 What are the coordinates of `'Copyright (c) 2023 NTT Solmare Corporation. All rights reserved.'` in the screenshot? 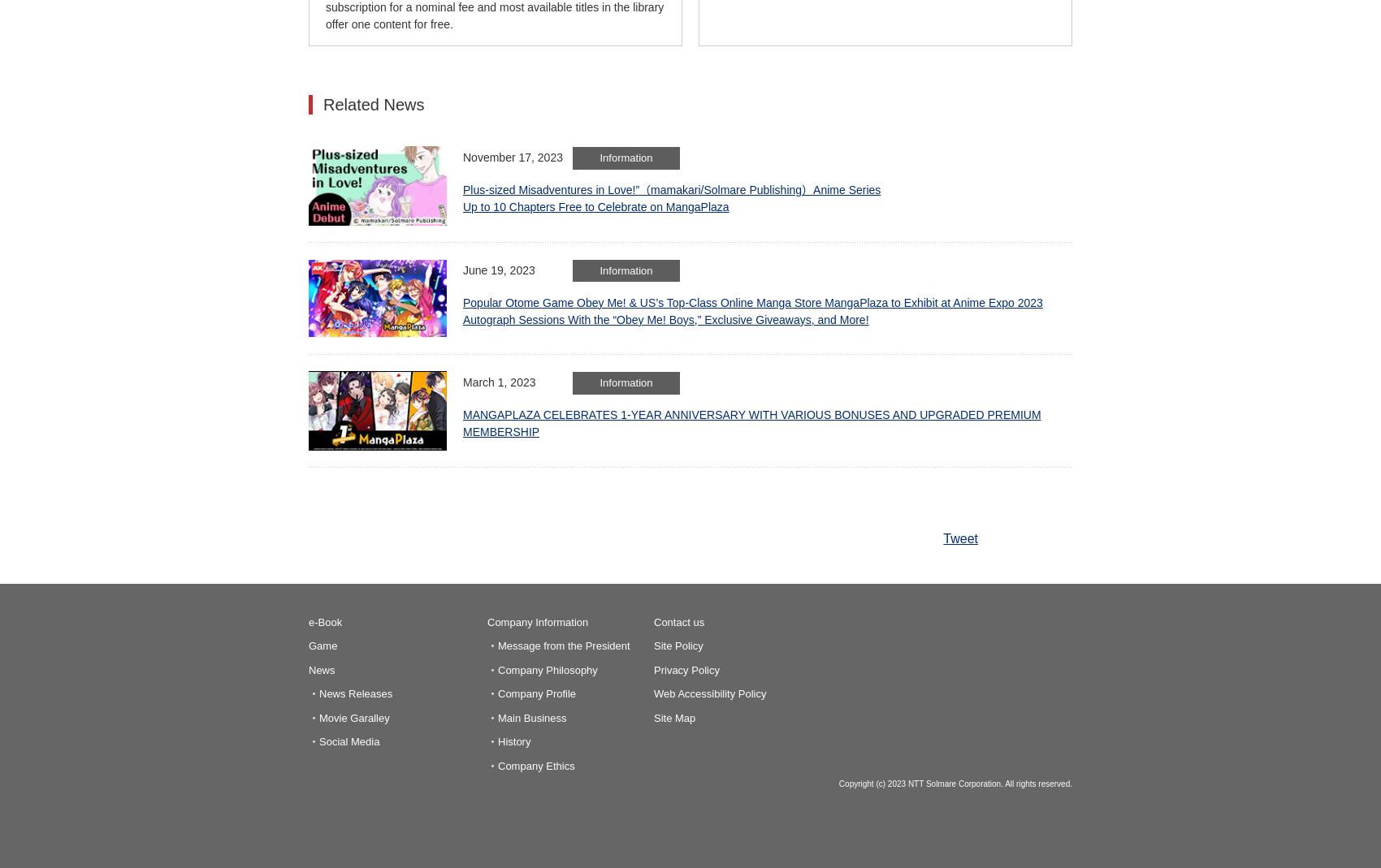 It's located at (955, 784).